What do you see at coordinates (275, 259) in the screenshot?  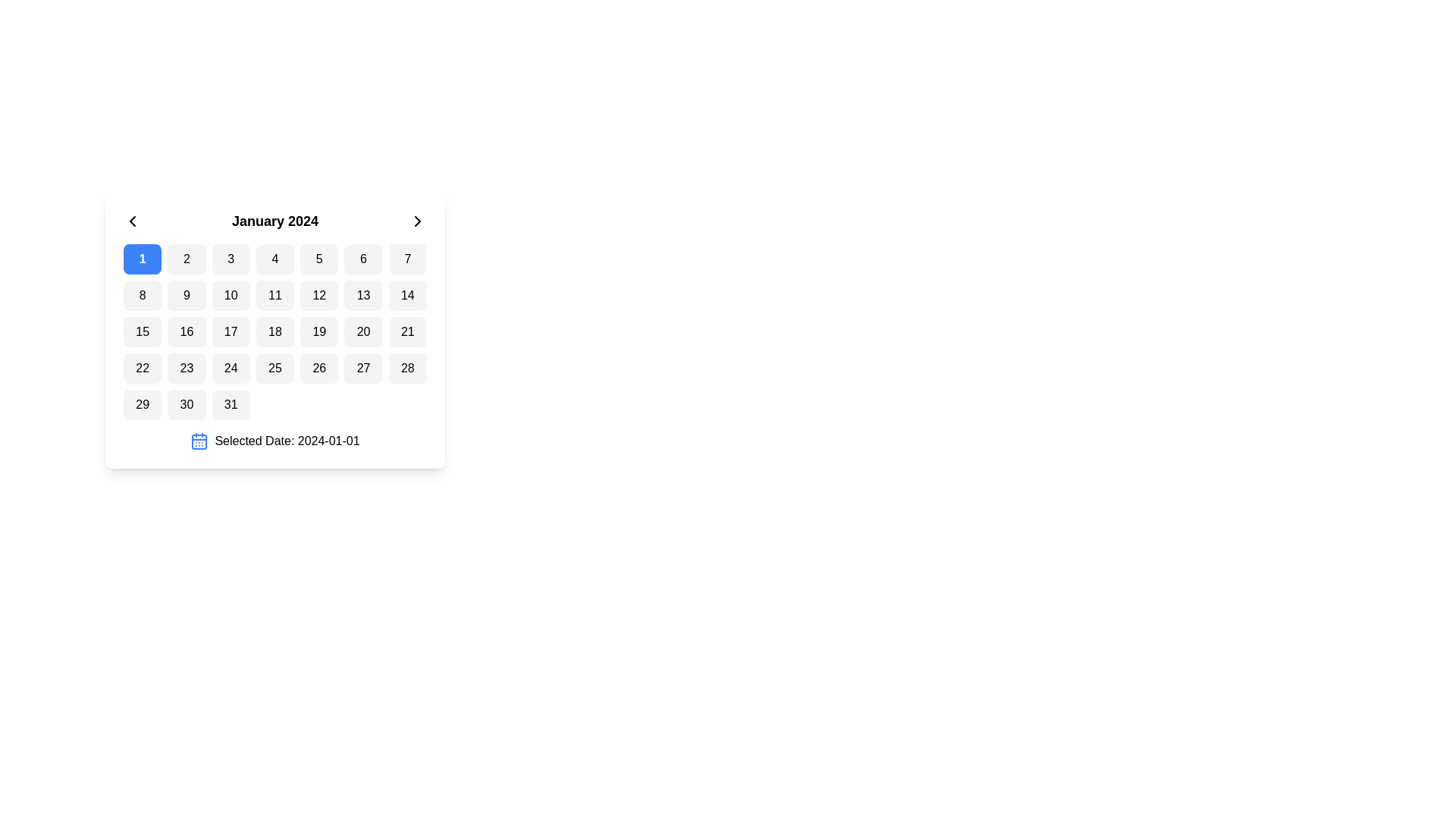 I see `the fourth button in the topmost row of the calendar grid` at bounding box center [275, 259].